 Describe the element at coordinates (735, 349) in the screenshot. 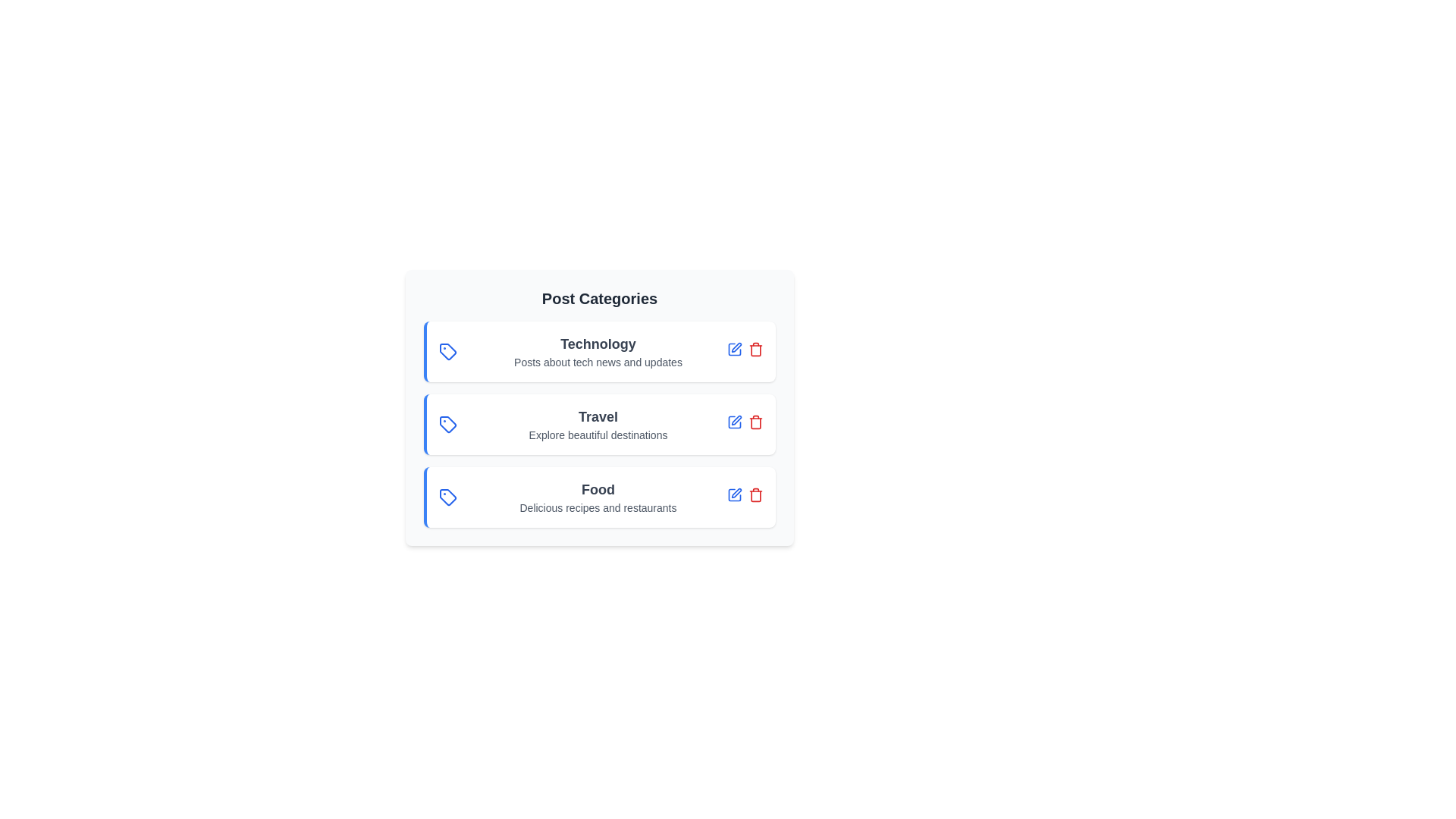

I see `edit button for the category Technology` at that location.